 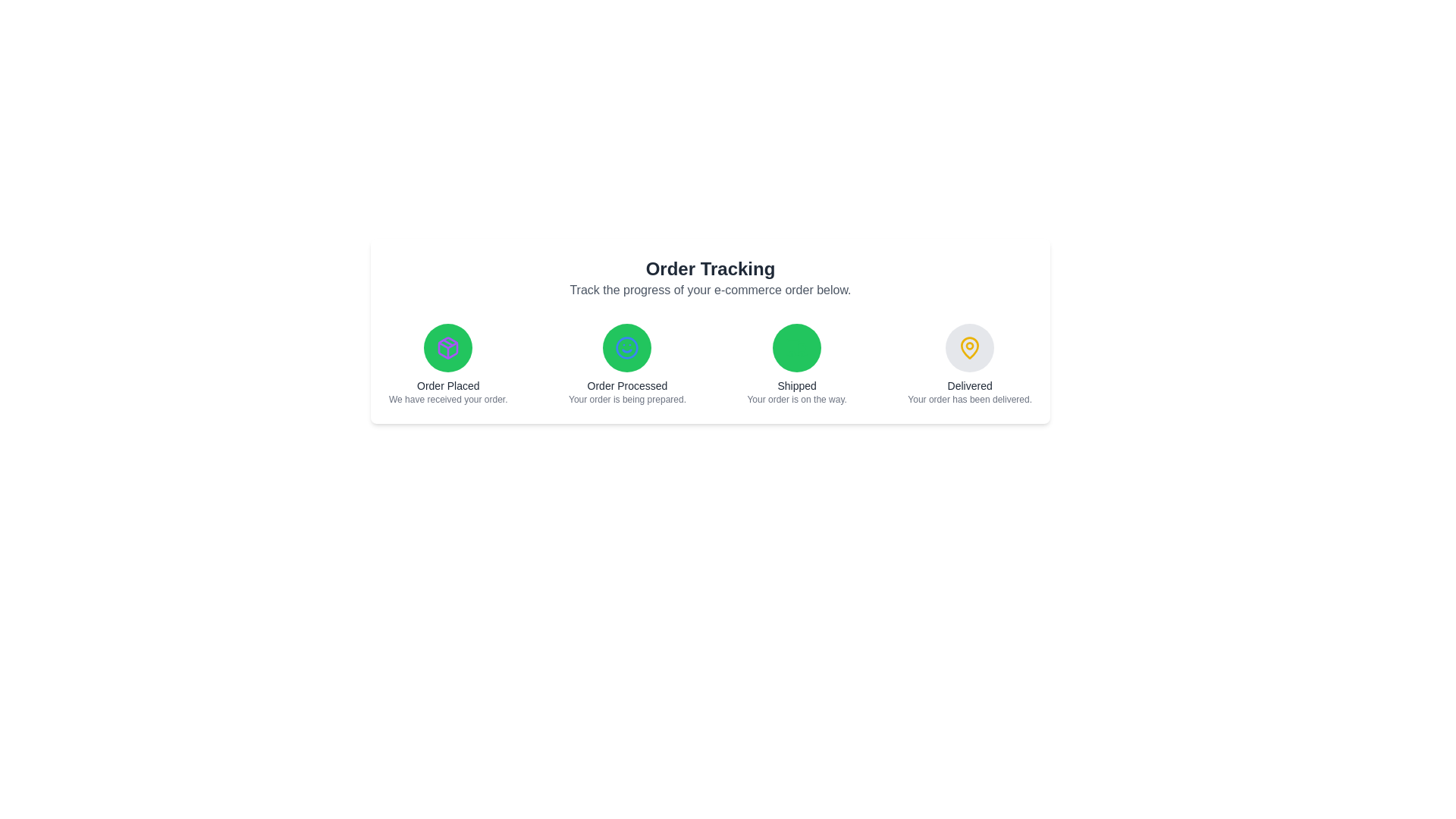 I want to click on the circular button-like UI component with a gray background and a yellow map pin icon, located in the 'Delivered' status card, positioned at the top center of this card, so click(x=969, y=348).